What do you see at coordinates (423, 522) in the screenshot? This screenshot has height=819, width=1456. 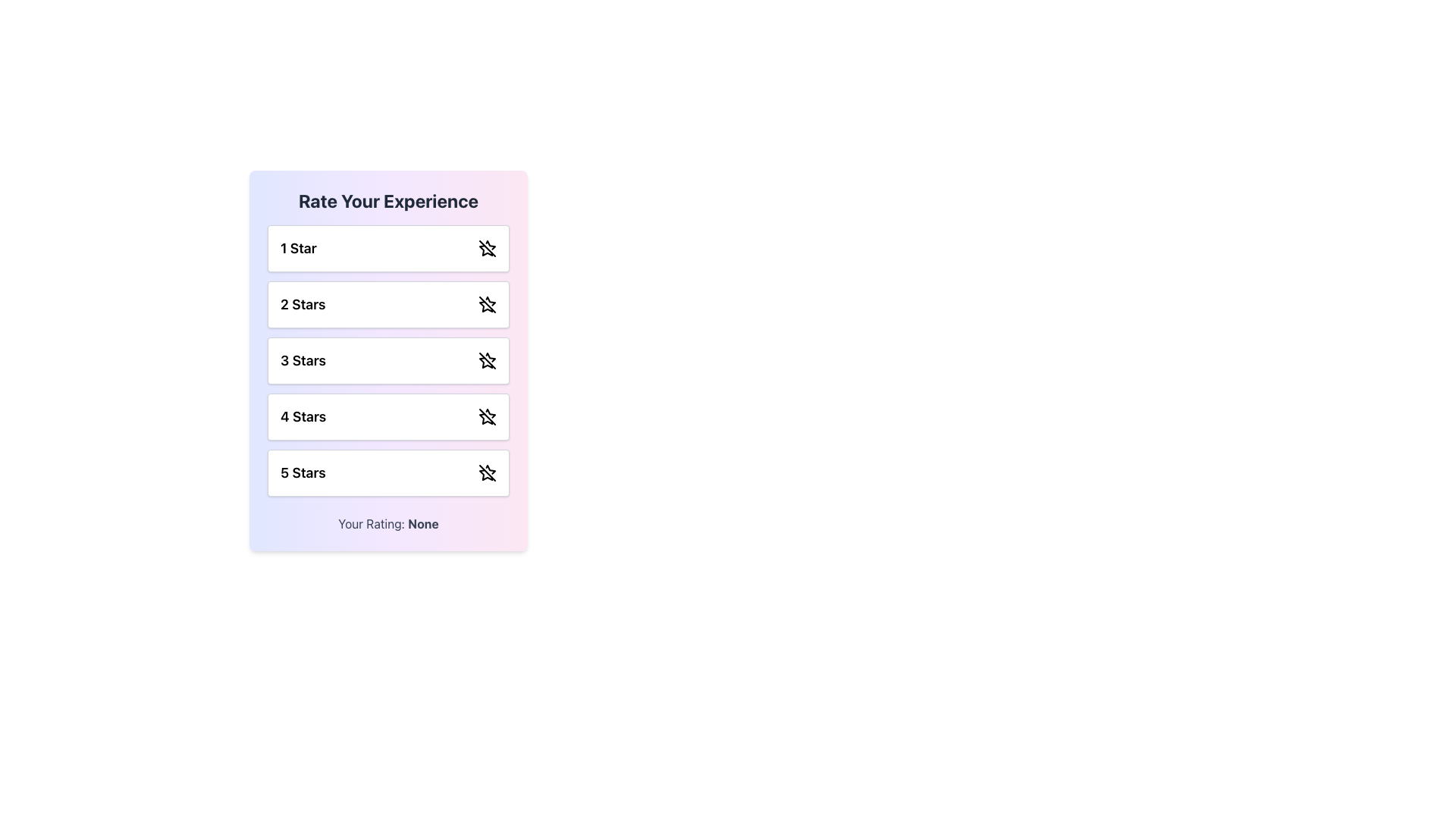 I see `the text label displaying 'None' in bold, which is part of the sentence 'Your Rating: None' located at the bottom of the panel` at bounding box center [423, 522].